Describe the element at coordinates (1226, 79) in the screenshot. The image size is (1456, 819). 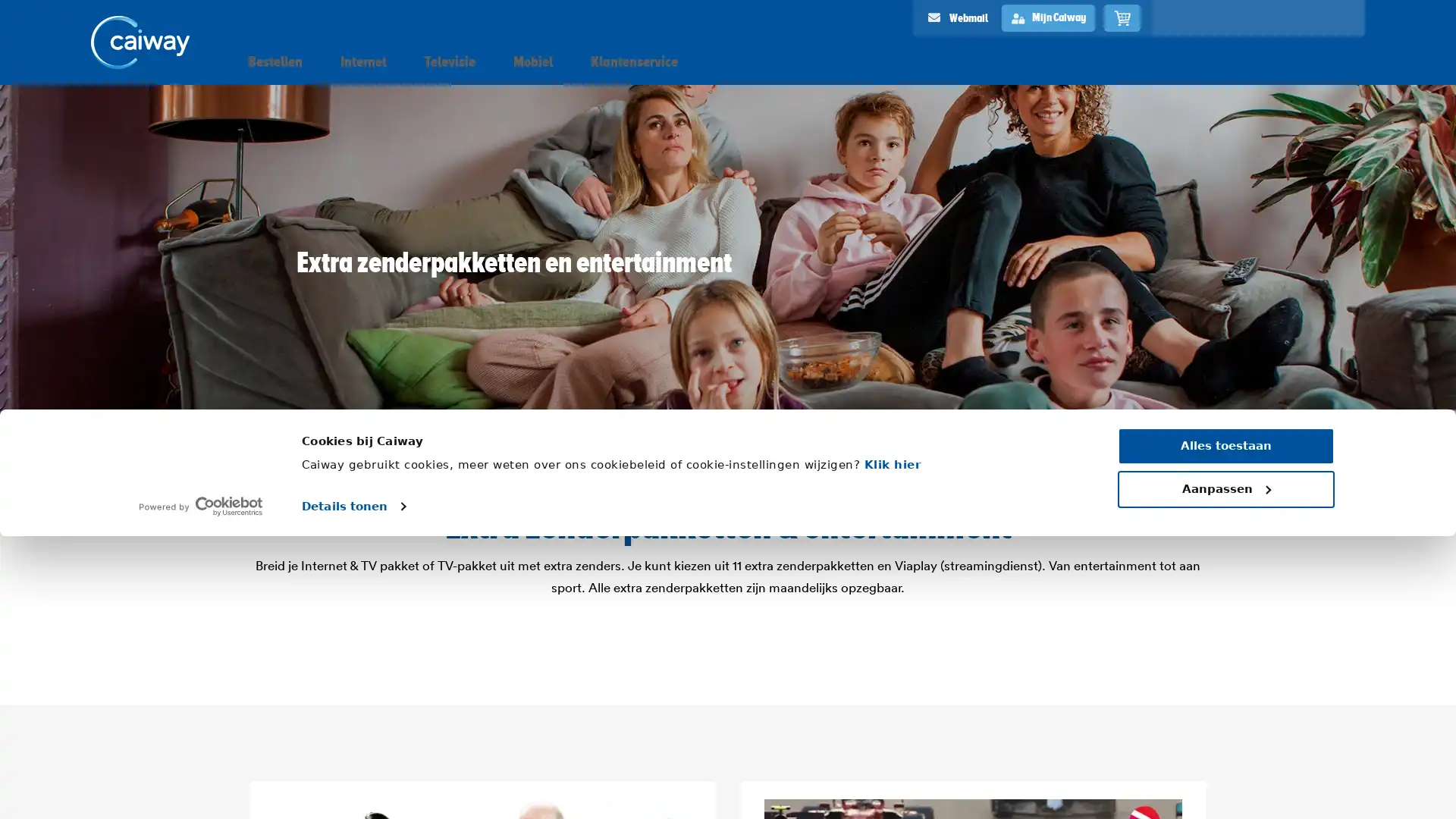
I see `Aanpassen` at that location.